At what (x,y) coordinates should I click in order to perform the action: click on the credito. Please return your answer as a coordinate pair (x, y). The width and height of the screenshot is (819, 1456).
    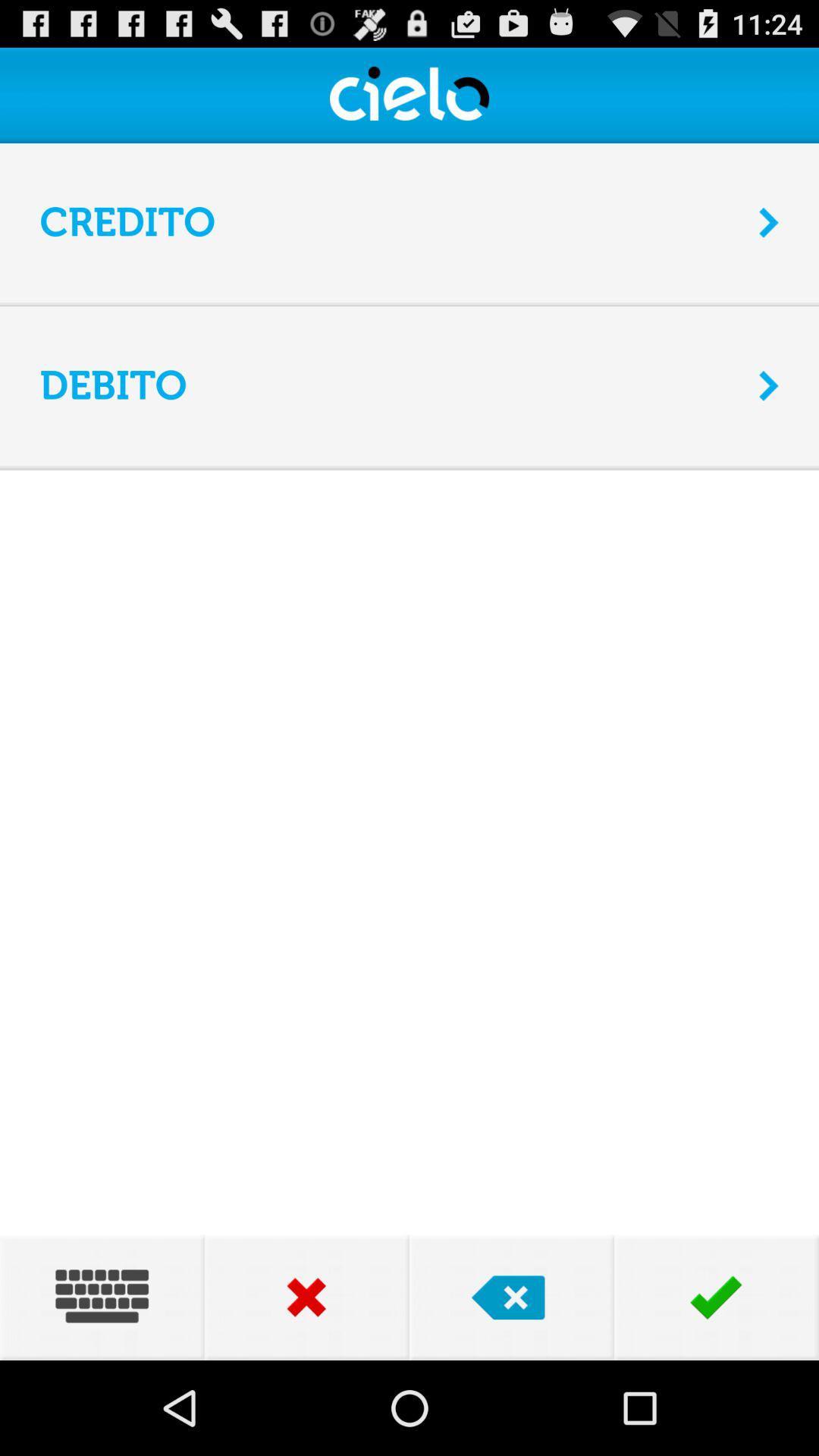
    Looking at the image, I should click on (388, 221).